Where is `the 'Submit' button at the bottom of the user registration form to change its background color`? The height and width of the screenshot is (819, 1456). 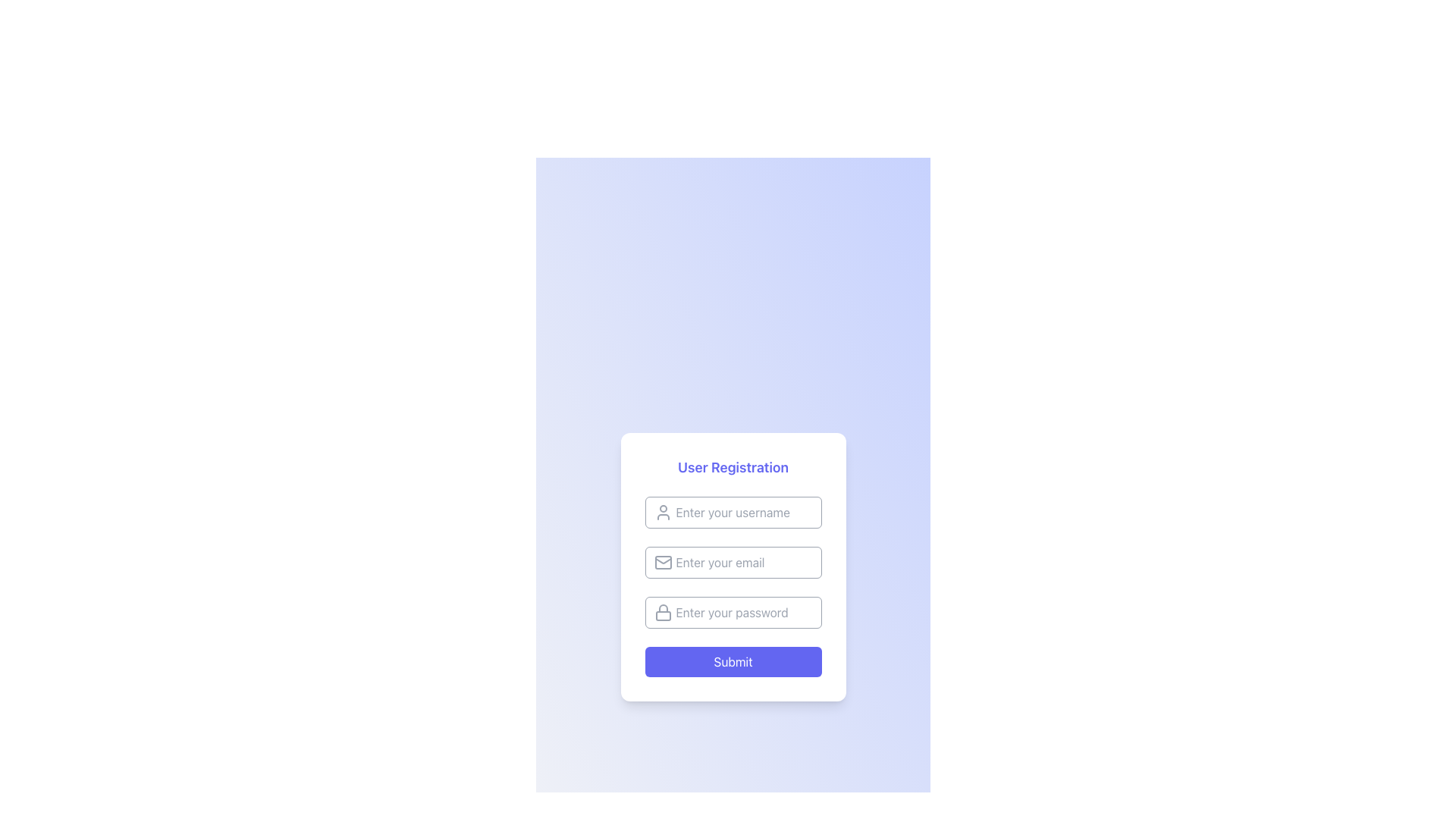 the 'Submit' button at the bottom of the user registration form to change its background color is located at coordinates (733, 661).